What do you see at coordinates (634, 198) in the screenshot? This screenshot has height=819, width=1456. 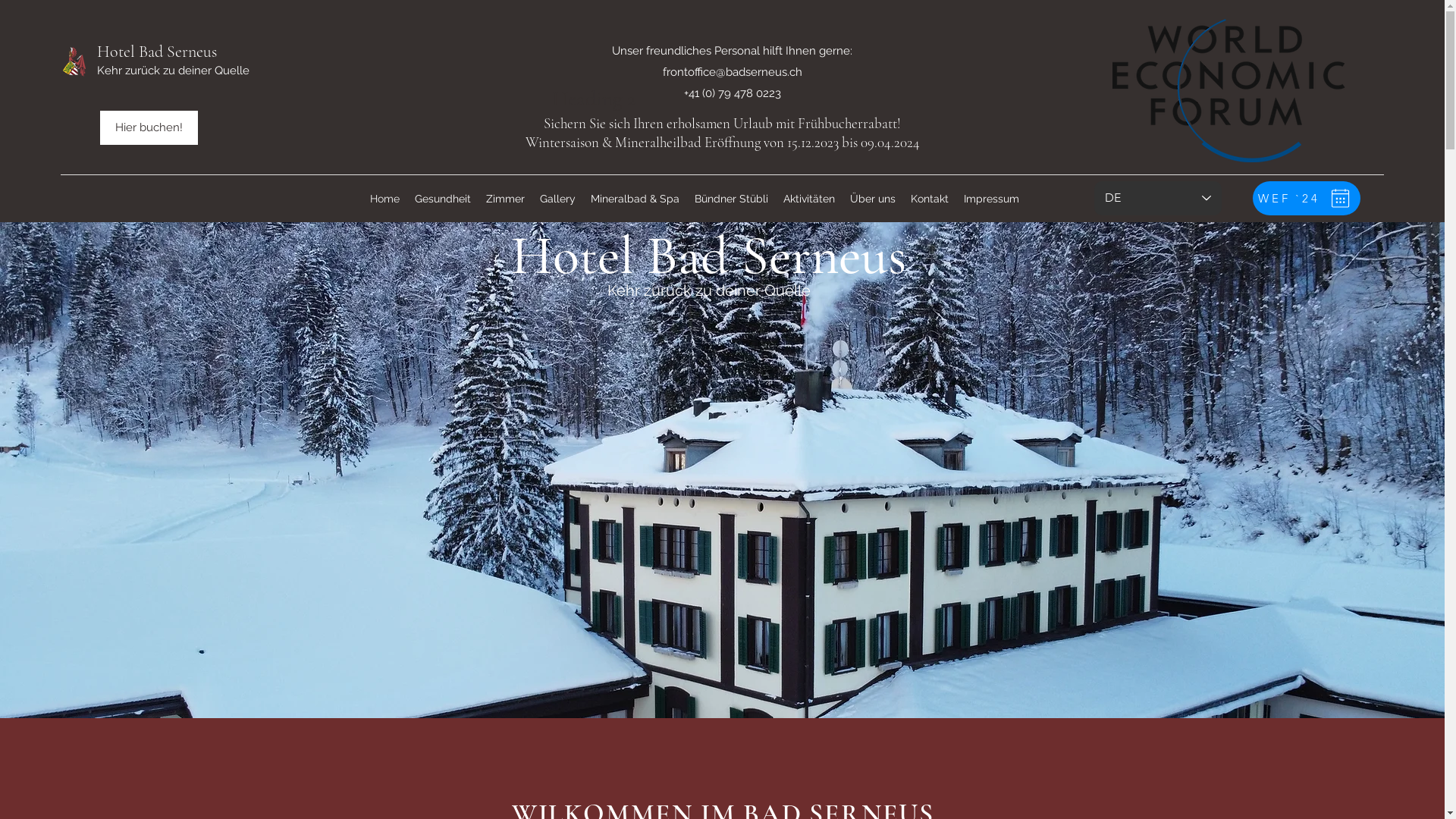 I see `'Mineralbad & Spa'` at bounding box center [634, 198].